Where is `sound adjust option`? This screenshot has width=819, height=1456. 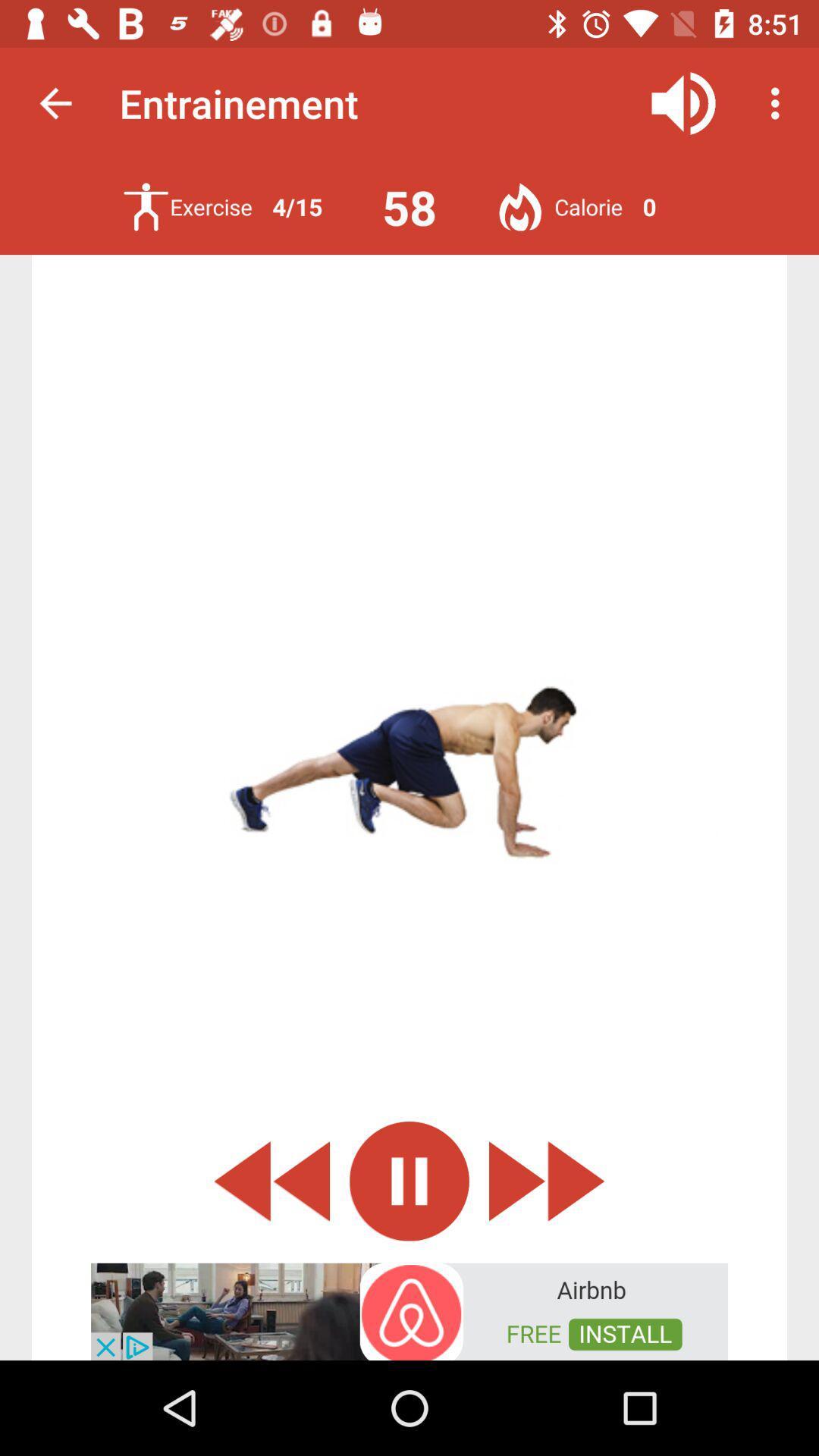
sound adjust option is located at coordinates (683, 102).